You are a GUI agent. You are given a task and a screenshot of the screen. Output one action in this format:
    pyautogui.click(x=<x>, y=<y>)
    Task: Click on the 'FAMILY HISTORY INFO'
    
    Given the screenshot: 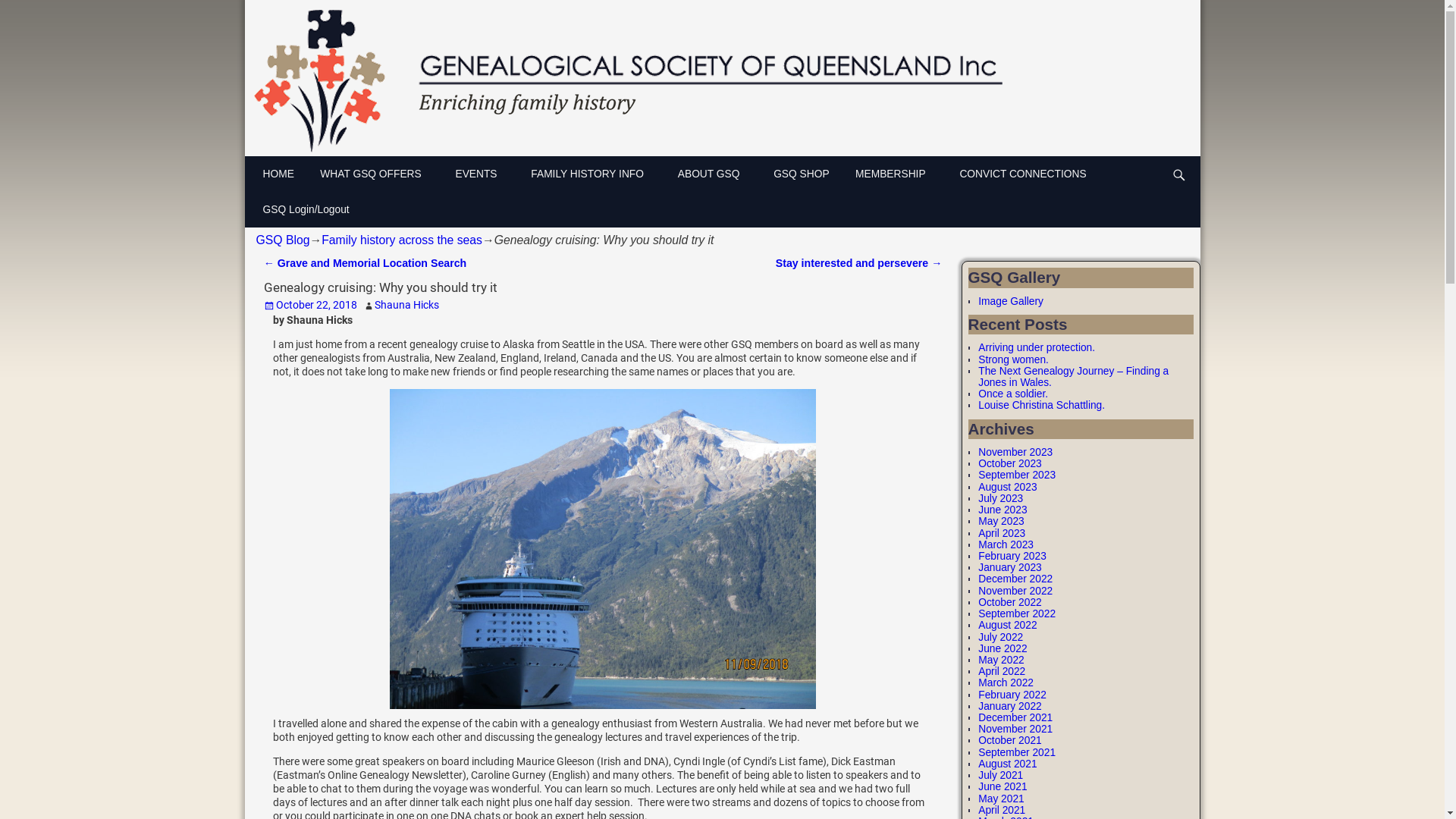 What is the action you would take?
    pyautogui.click(x=595, y=173)
    